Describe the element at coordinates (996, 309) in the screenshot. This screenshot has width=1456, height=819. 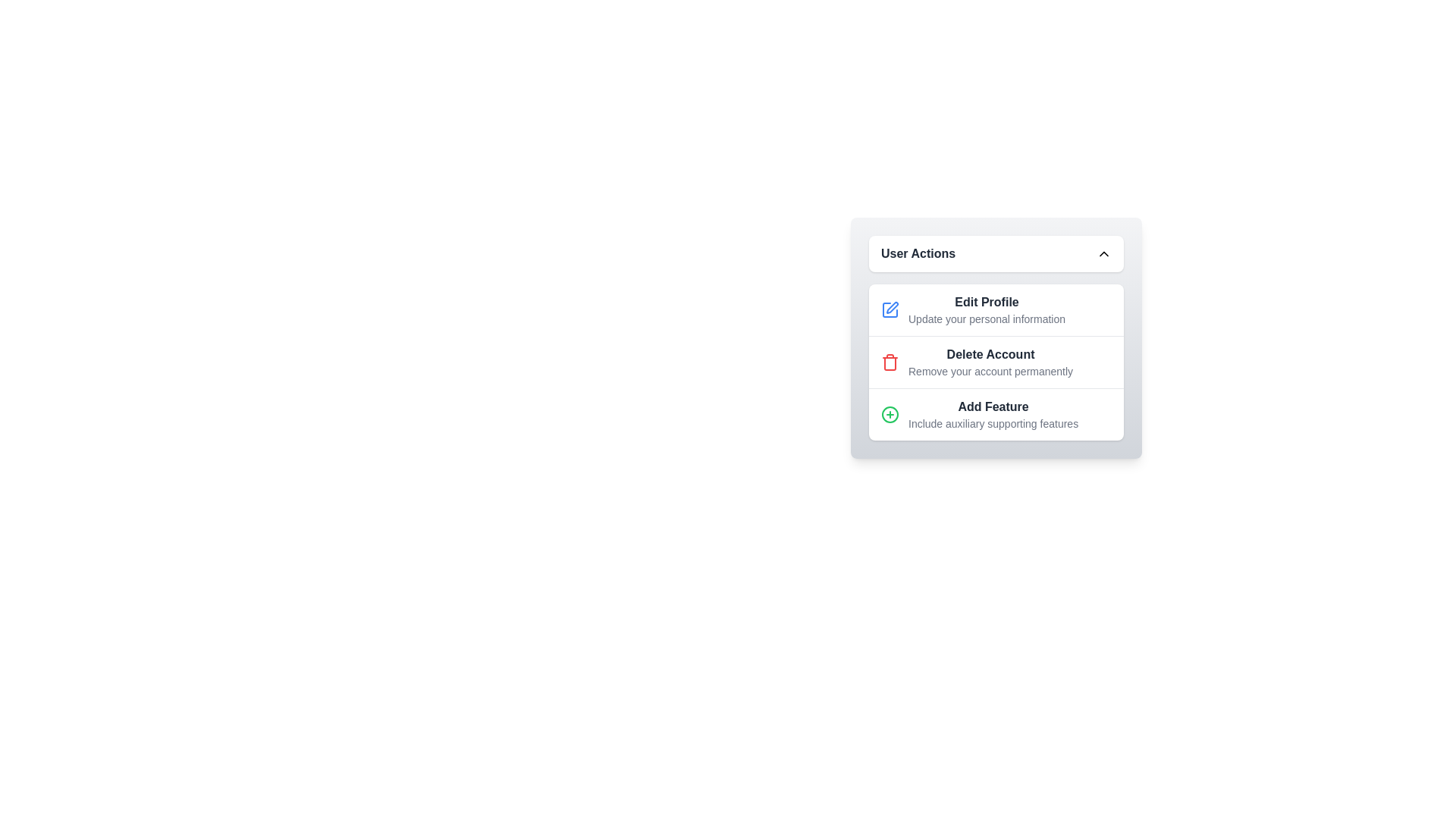
I see `the 'Edit Profile' button, which features a blue pen icon and bold text` at that location.